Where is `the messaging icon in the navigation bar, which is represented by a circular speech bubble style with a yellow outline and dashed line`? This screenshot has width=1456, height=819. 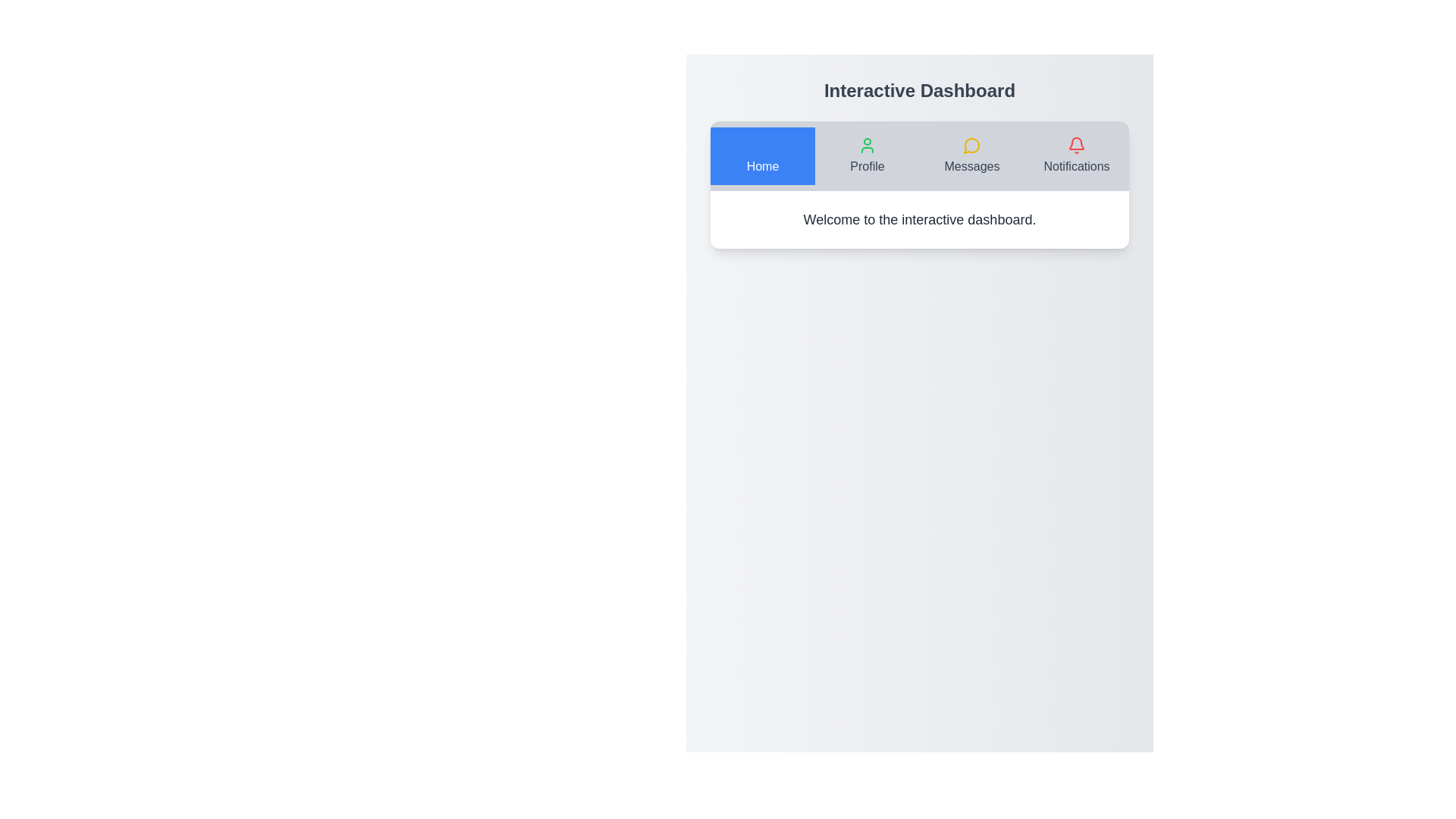
the messaging icon in the navigation bar, which is represented by a circular speech bubble style with a yellow outline and dashed line is located at coordinates (971, 146).